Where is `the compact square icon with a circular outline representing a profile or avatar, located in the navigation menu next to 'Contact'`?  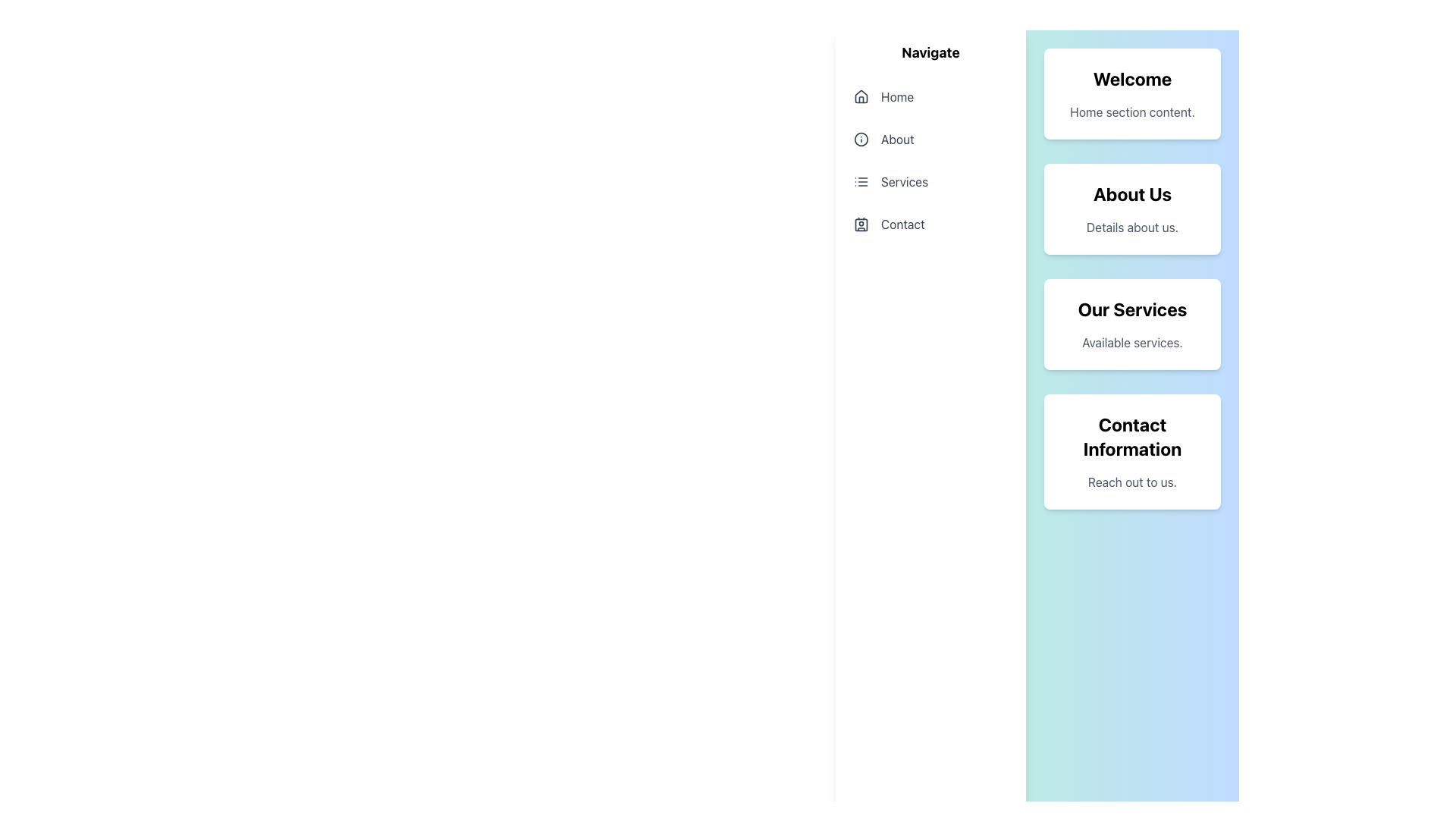 the compact square icon with a circular outline representing a profile or avatar, located in the navigation menu next to 'Contact' is located at coordinates (861, 224).